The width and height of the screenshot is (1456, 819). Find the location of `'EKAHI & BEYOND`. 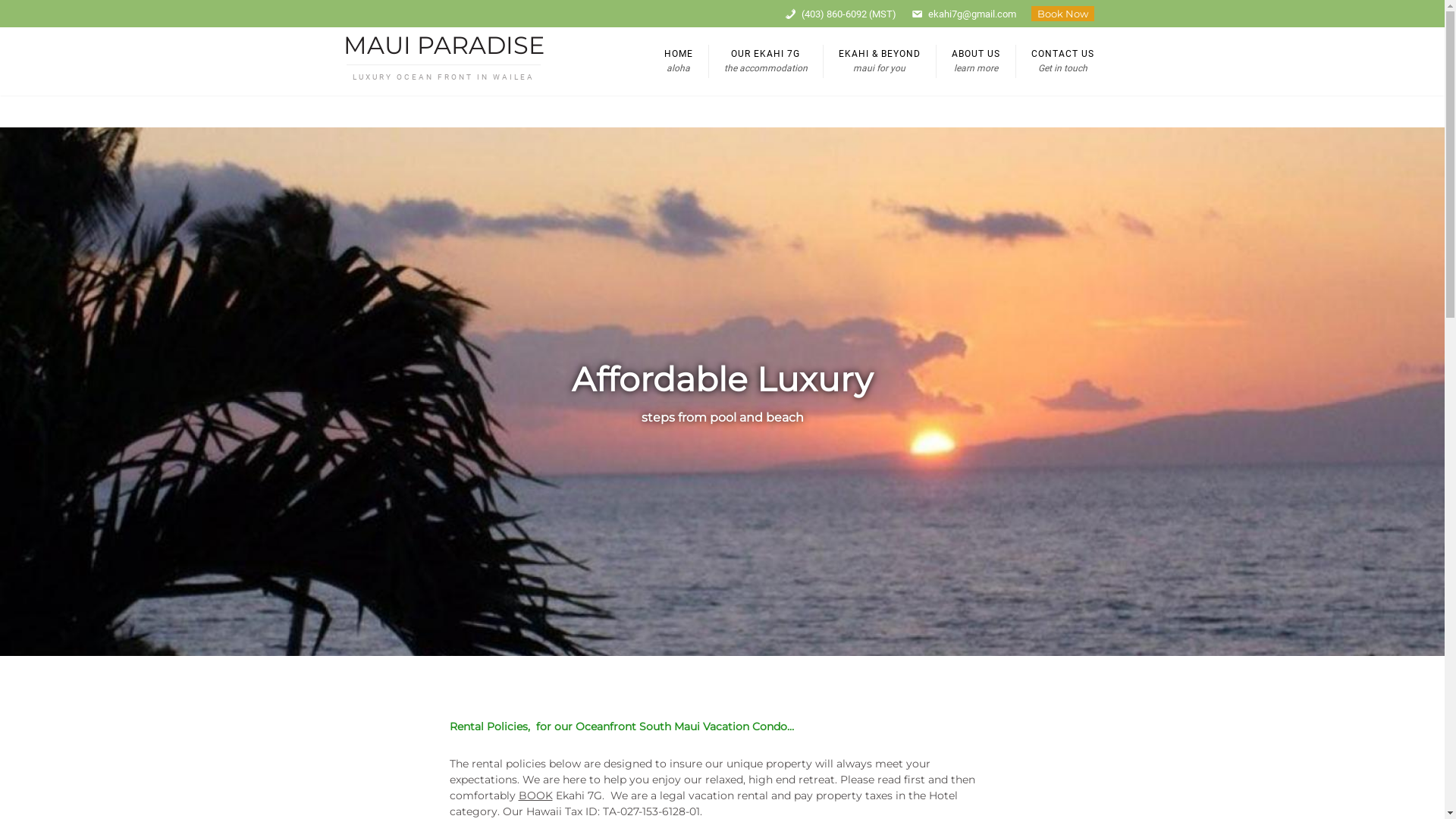

'EKAHI & BEYOND is located at coordinates (878, 61).